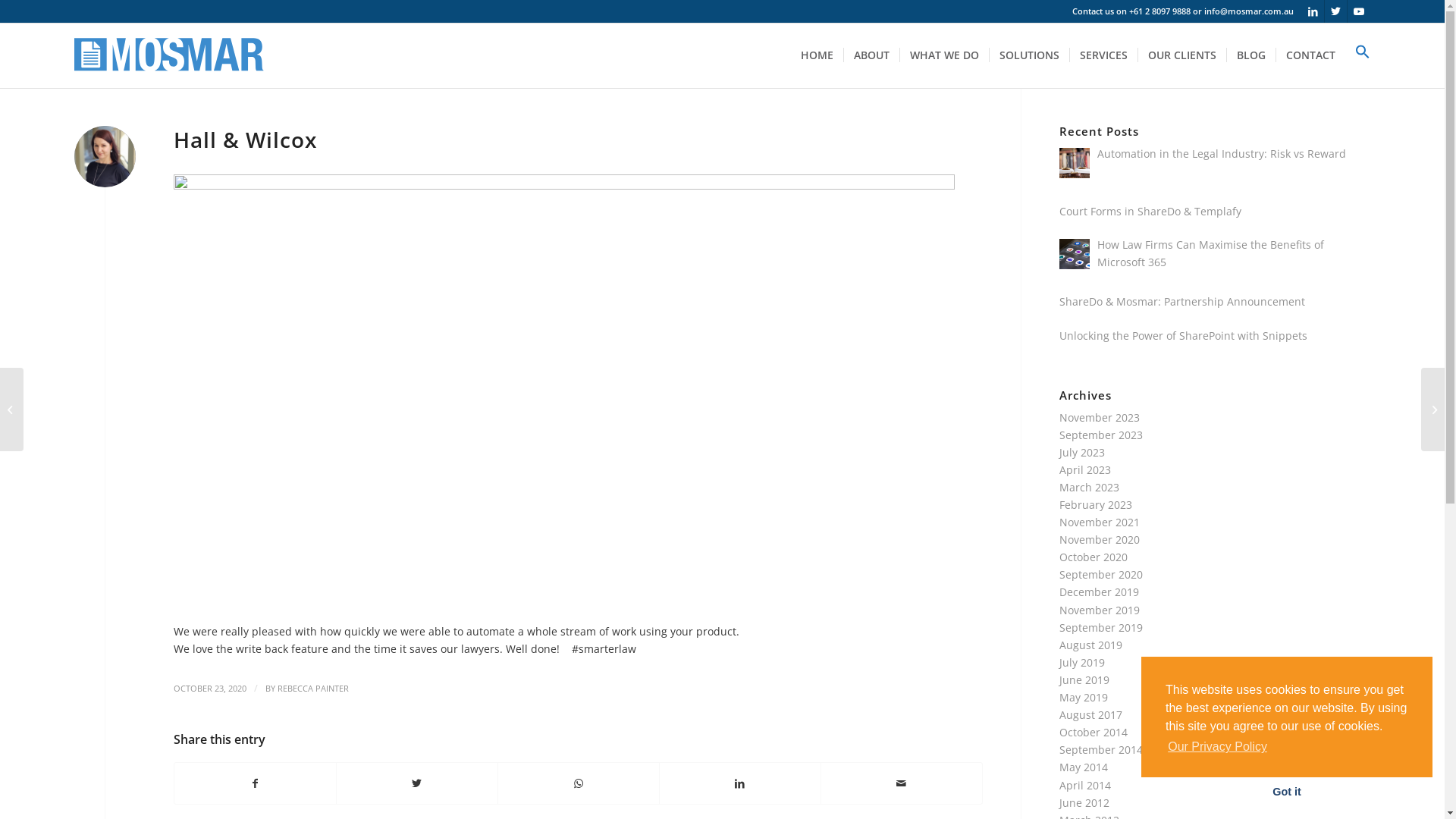  Describe the element at coordinates (1090, 645) in the screenshot. I see `'August 2019'` at that location.